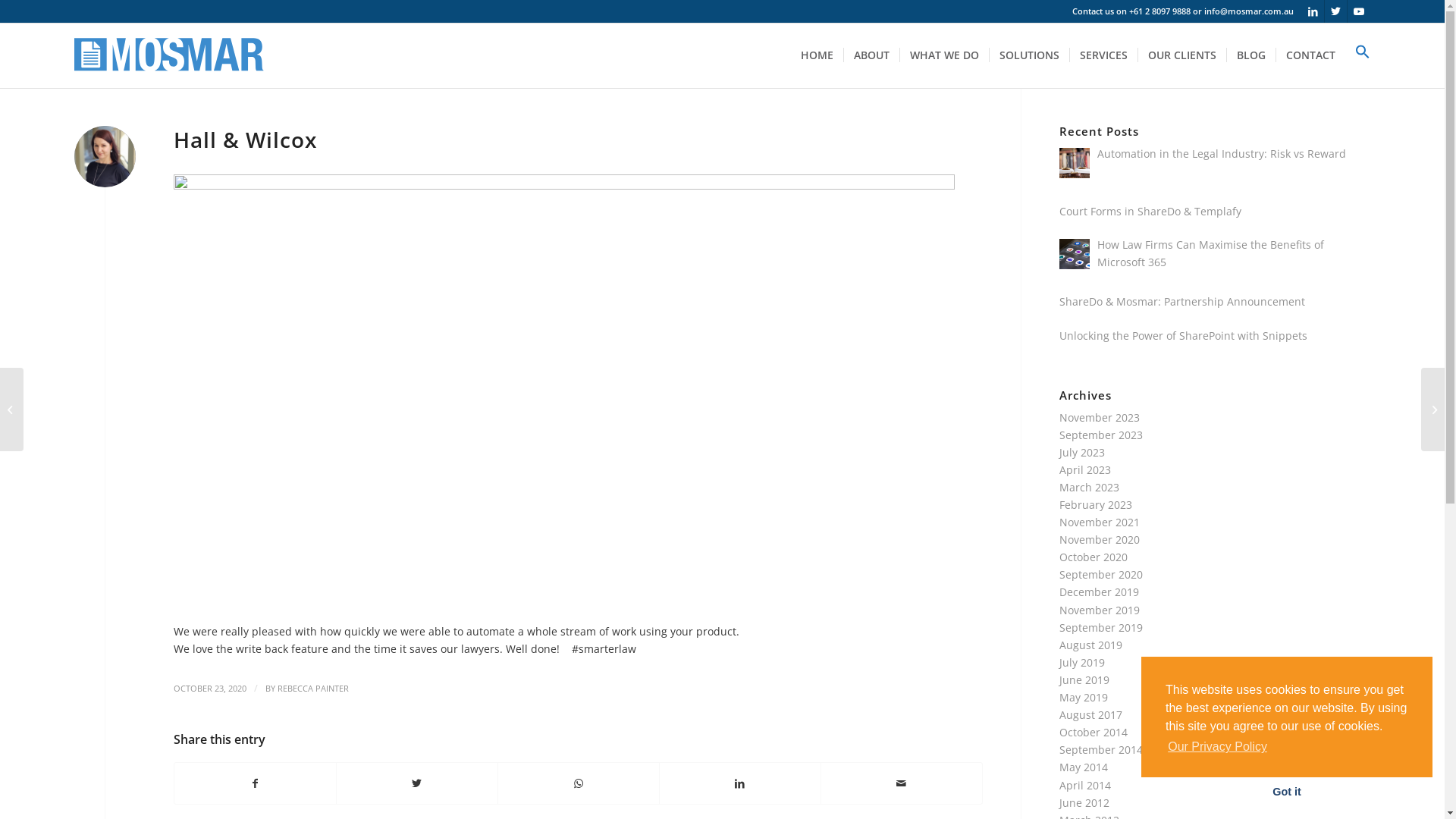  Describe the element at coordinates (1090, 645) in the screenshot. I see `'August 2019'` at that location.